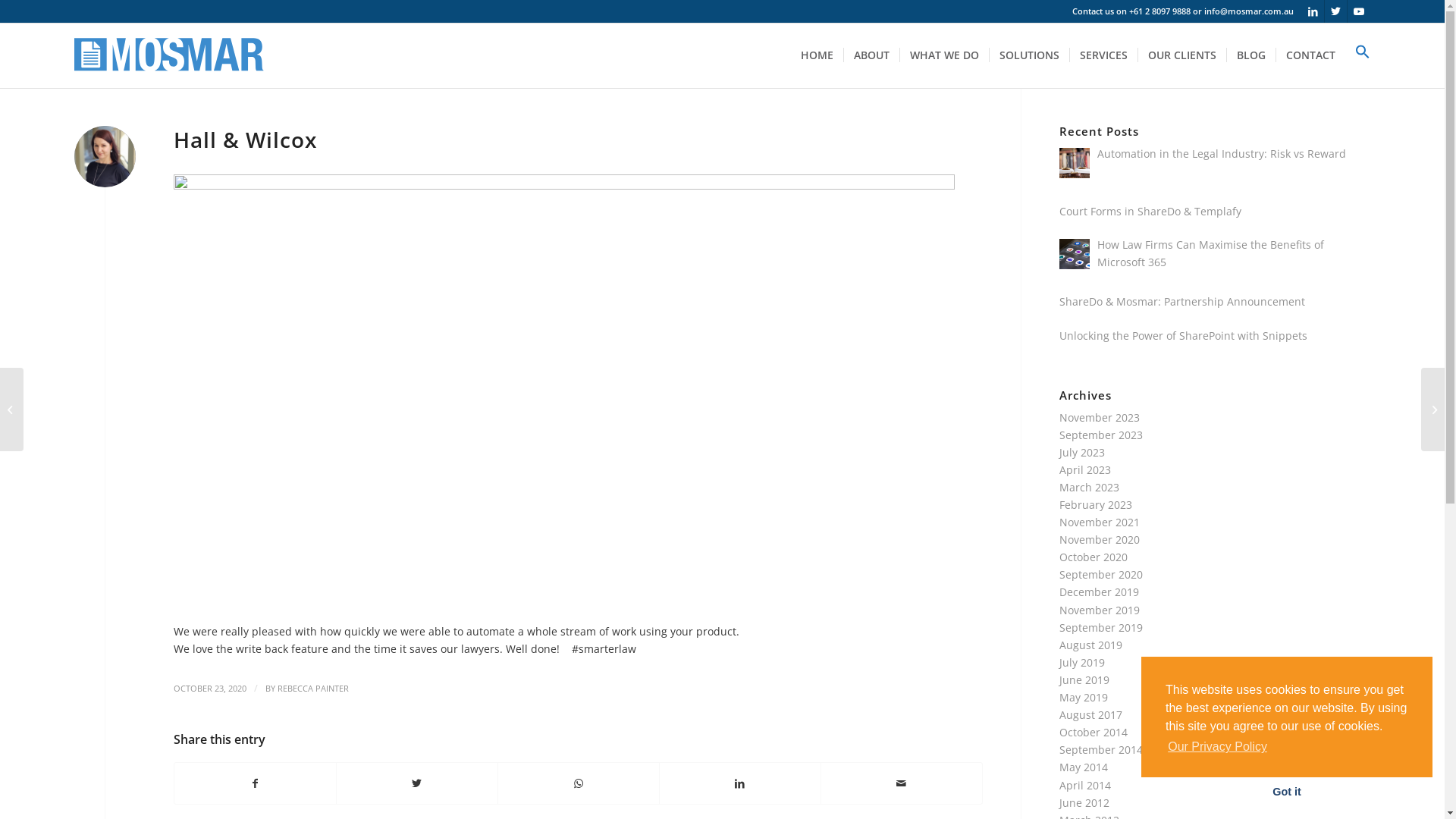  Describe the element at coordinates (1090, 645) in the screenshot. I see `'August 2019'` at that location.